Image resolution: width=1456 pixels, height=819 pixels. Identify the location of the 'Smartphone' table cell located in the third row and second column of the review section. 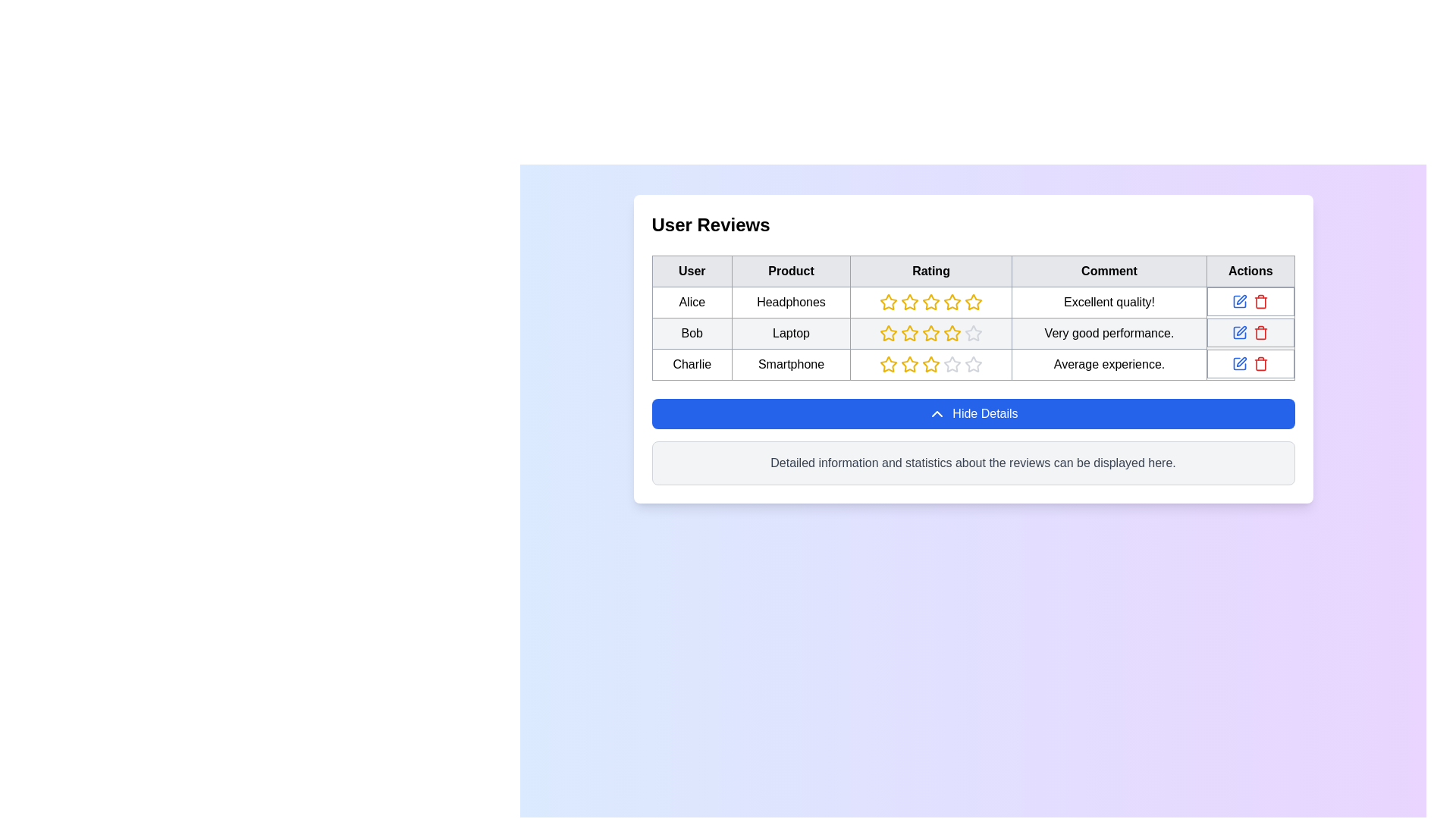
(790, 365).